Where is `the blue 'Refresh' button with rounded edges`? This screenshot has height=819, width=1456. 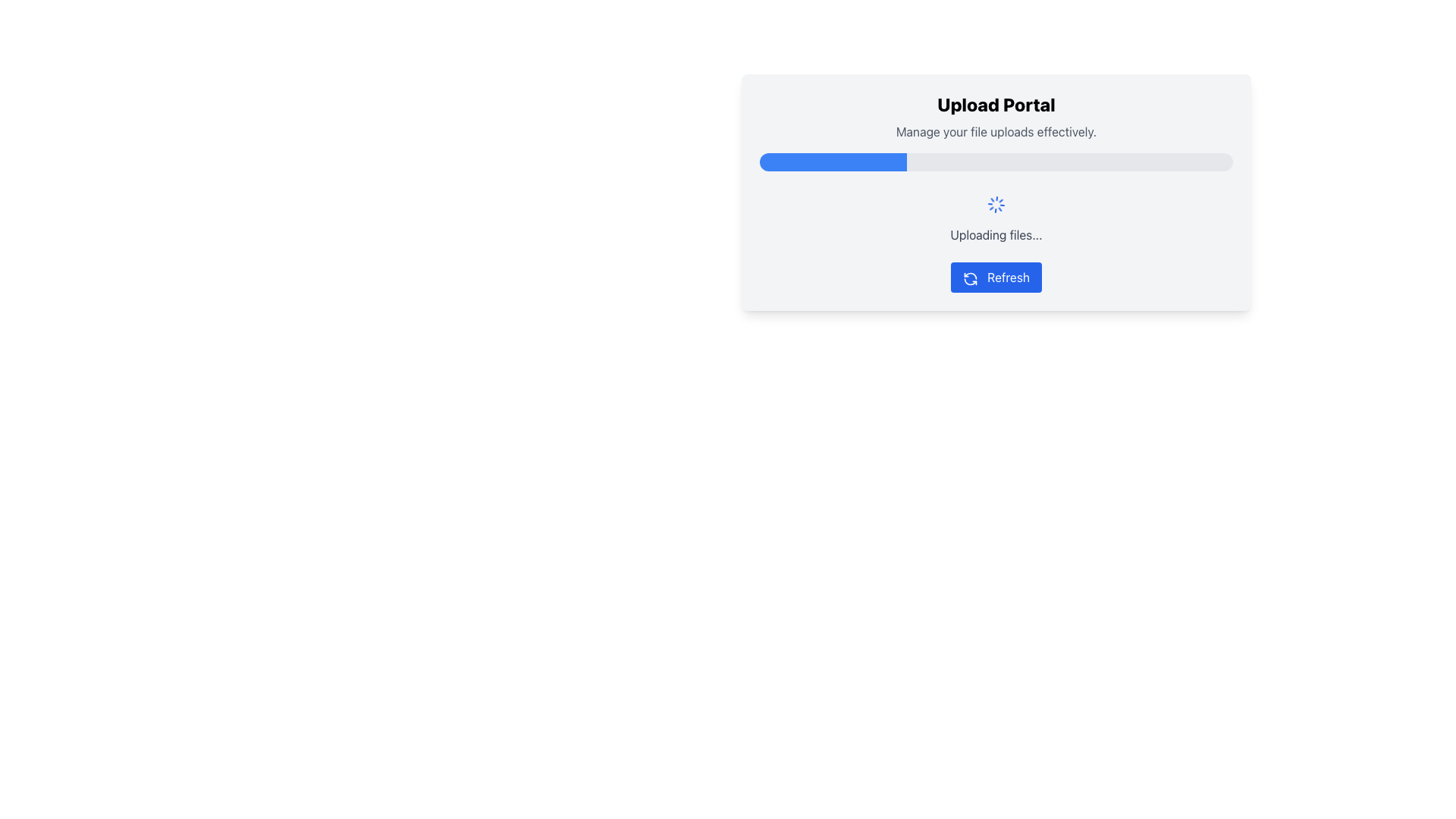
the blue 'Refresh' button with rounded edges is located at coordinates (996, 278).